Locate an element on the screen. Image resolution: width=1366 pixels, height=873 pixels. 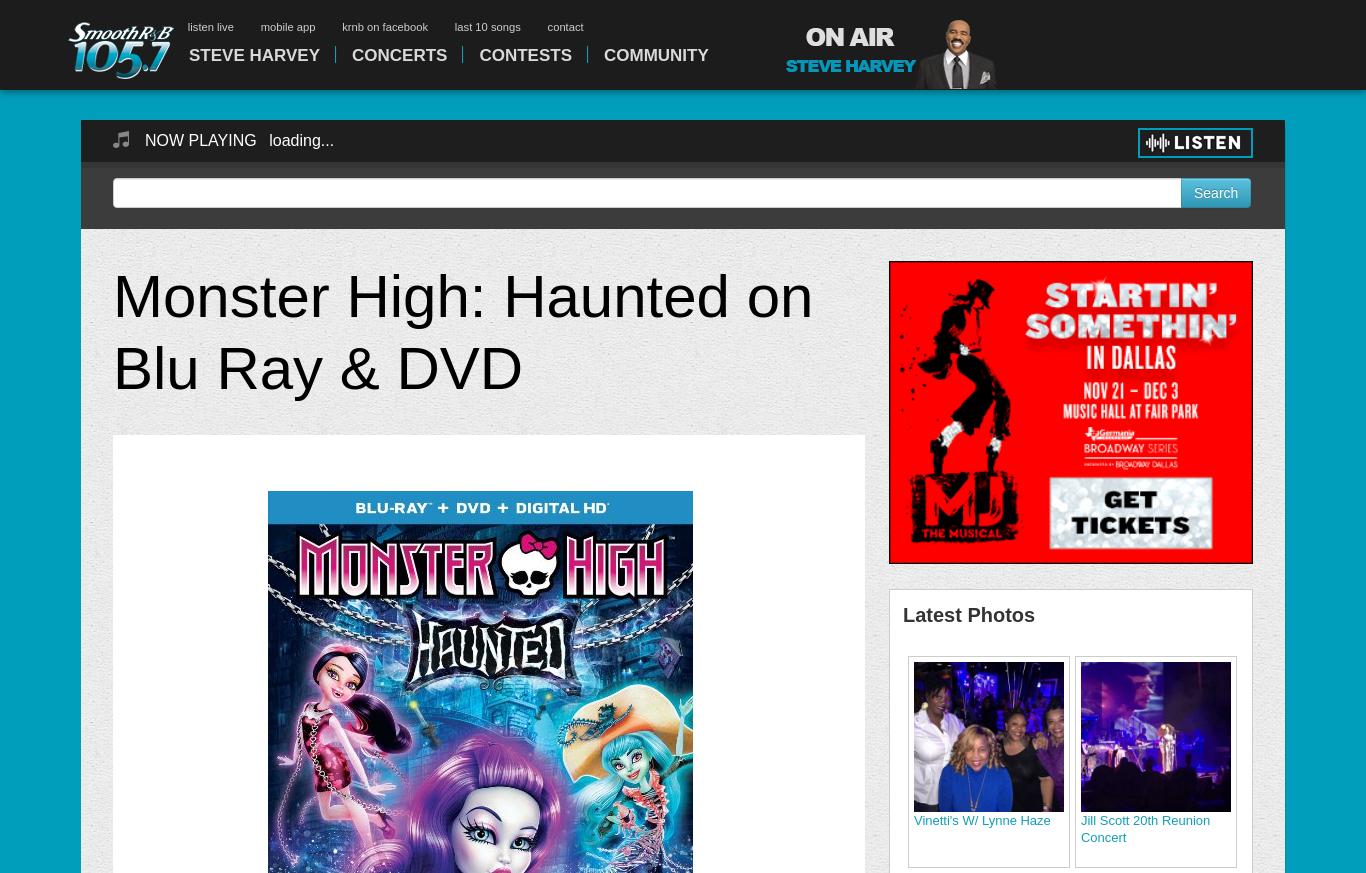
'Concerts' is located at coordinates (351, 54).